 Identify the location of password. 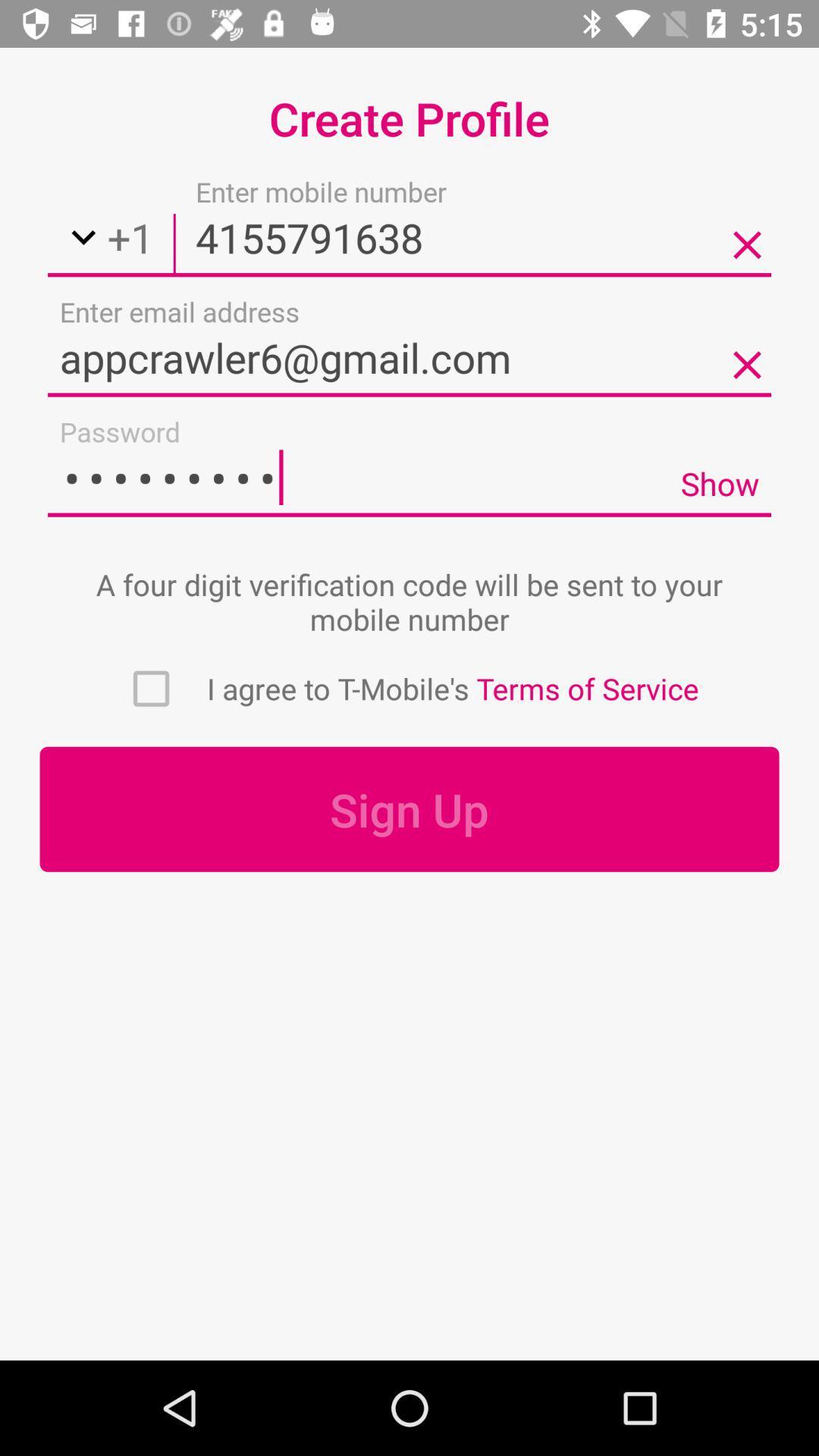
(358, 476).